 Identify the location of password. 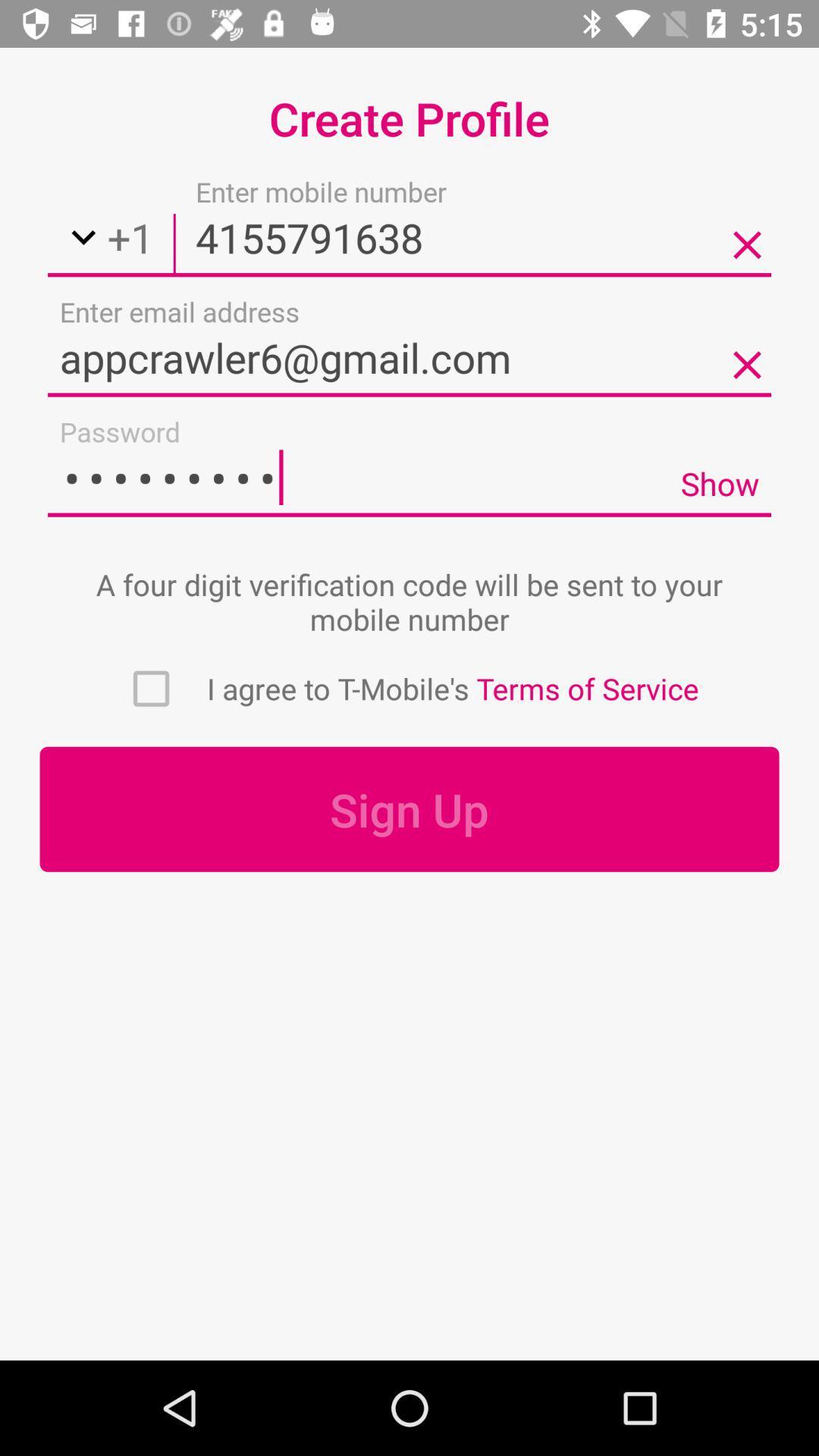
(358, 476).